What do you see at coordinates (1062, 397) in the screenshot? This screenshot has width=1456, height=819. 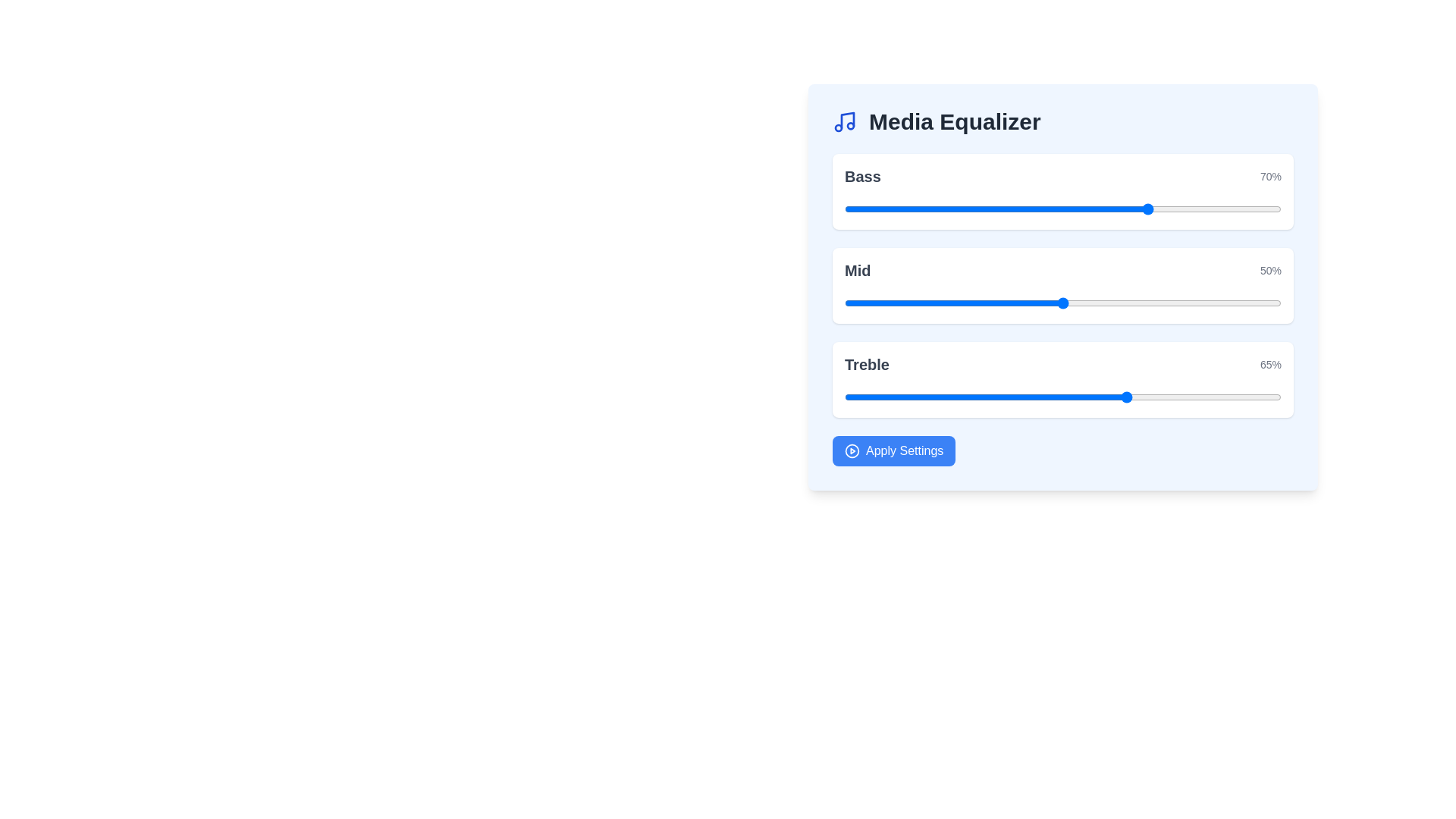 I see `the handle of the 'Treble' range slider, positioned beneath the 'Treble' label and '65%' text` at bounding box center [1062, 397].